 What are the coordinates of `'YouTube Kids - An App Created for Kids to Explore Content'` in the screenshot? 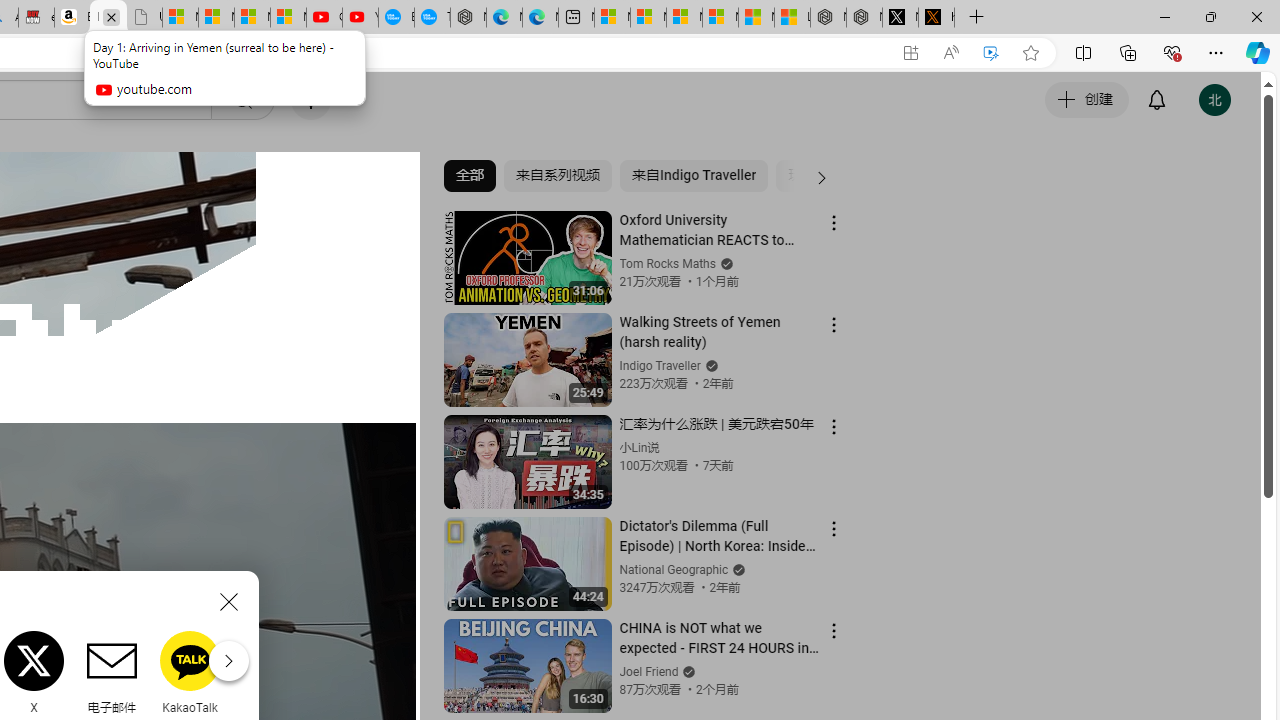 It's located at (360, 17).